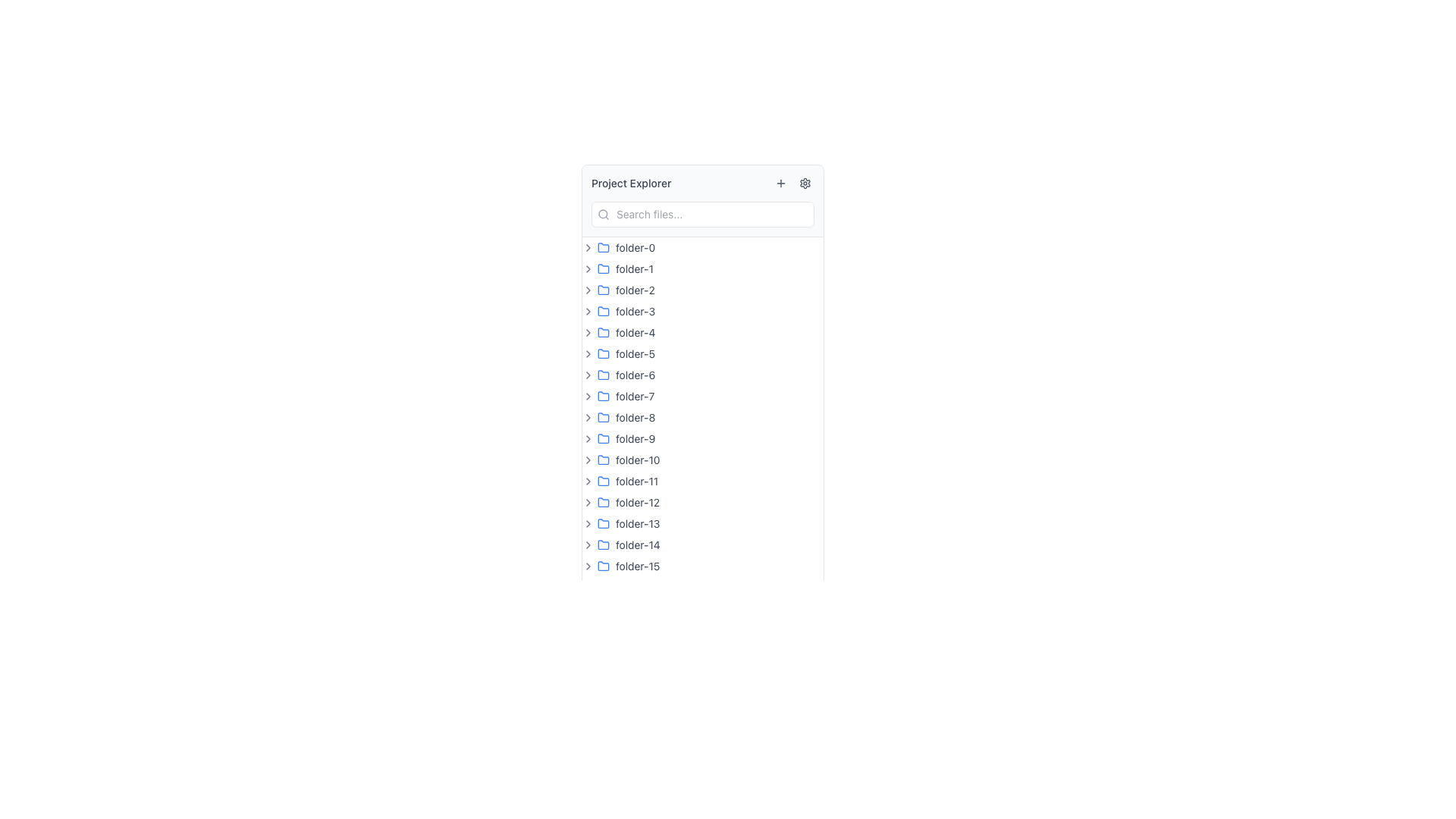  Describe the element at coordinates (603, 503) in the screenshot. I see `the folder icon representing 'folder-12' in the vertical file tree structure to interact with it` at that location.